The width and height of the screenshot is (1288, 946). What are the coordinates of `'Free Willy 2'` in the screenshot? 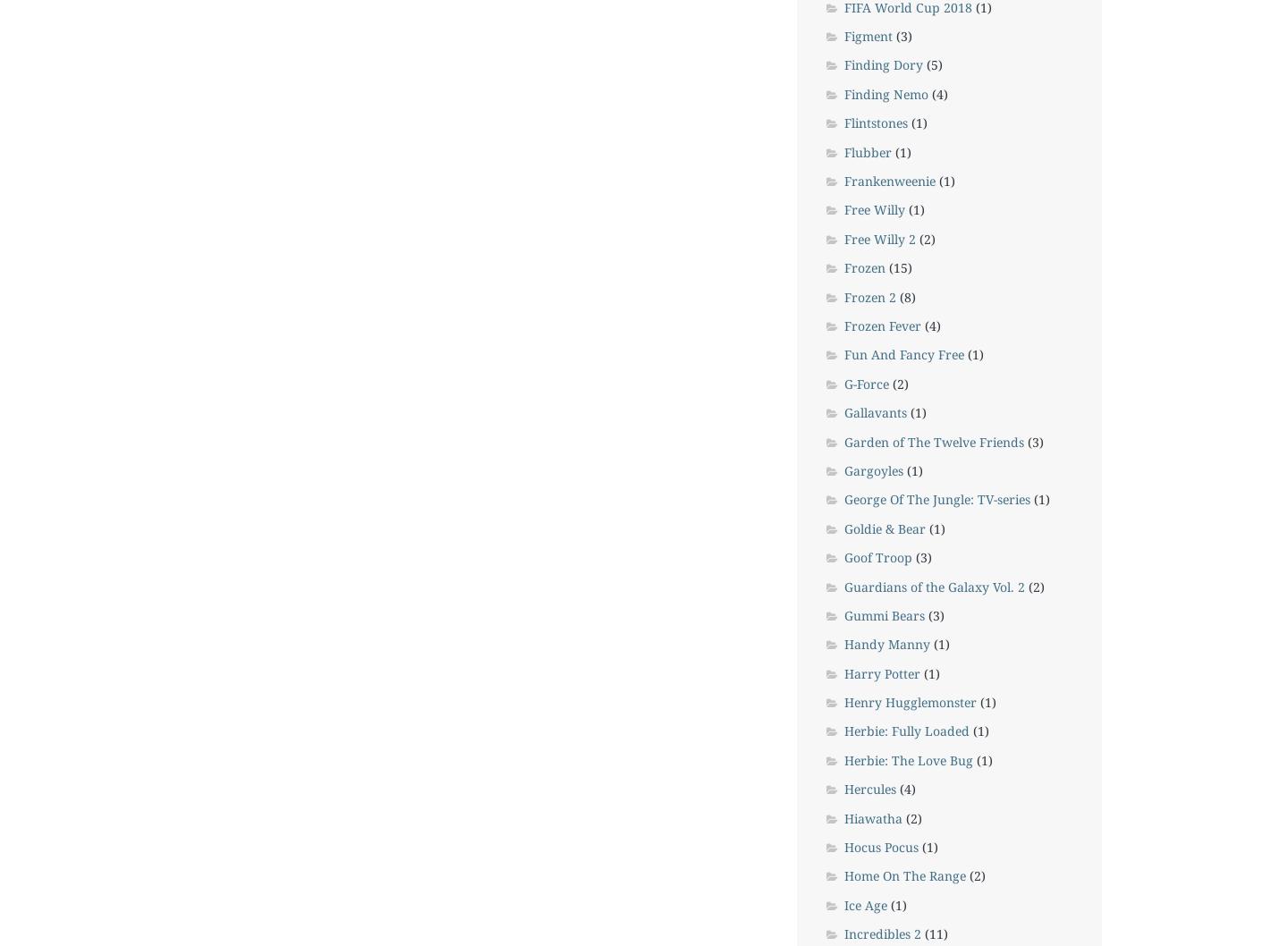 It's located at (877, 237).